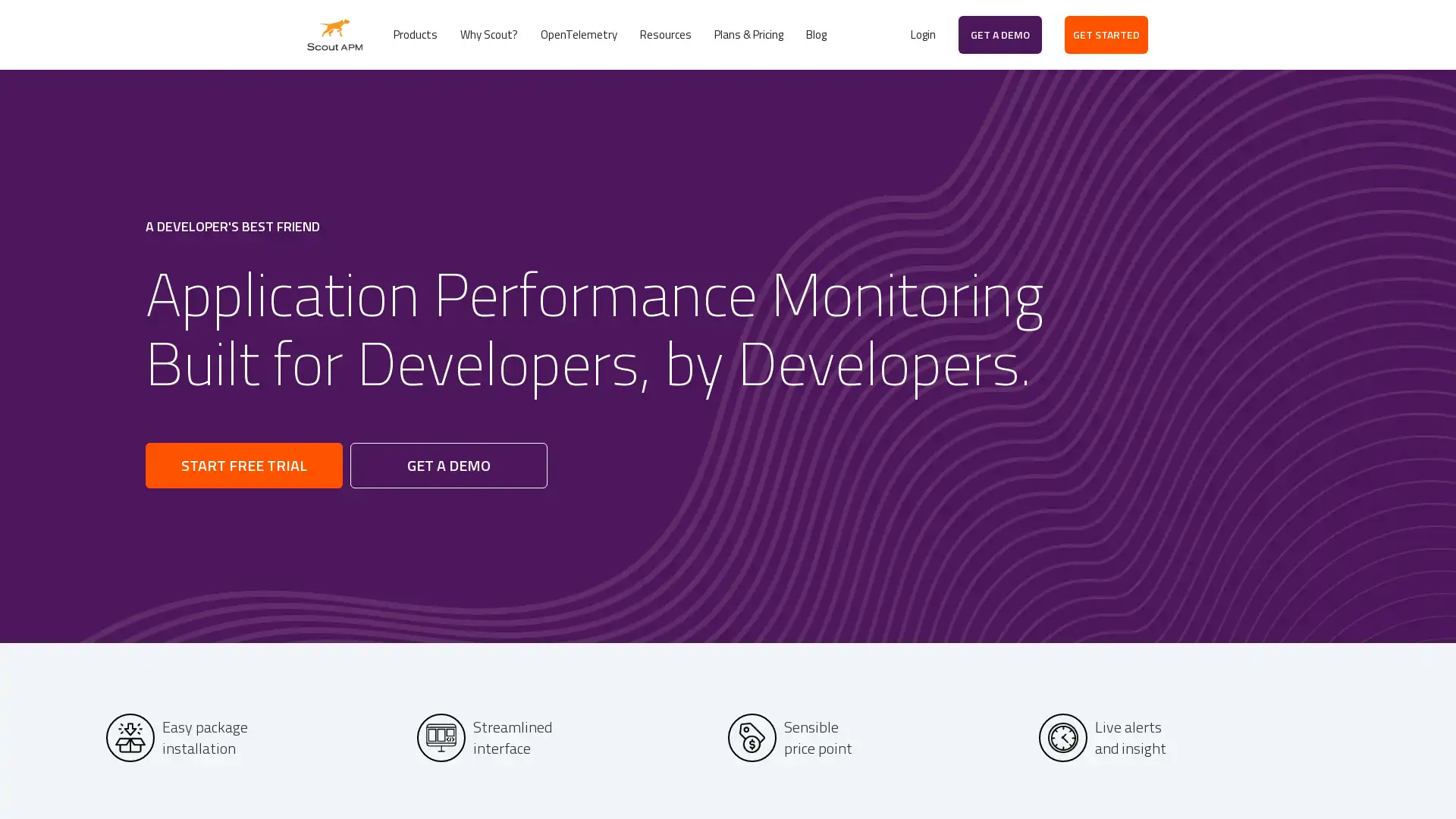 The image size is (1456, 819). I want to click on START FREE TRIAL, so click(243, 464).